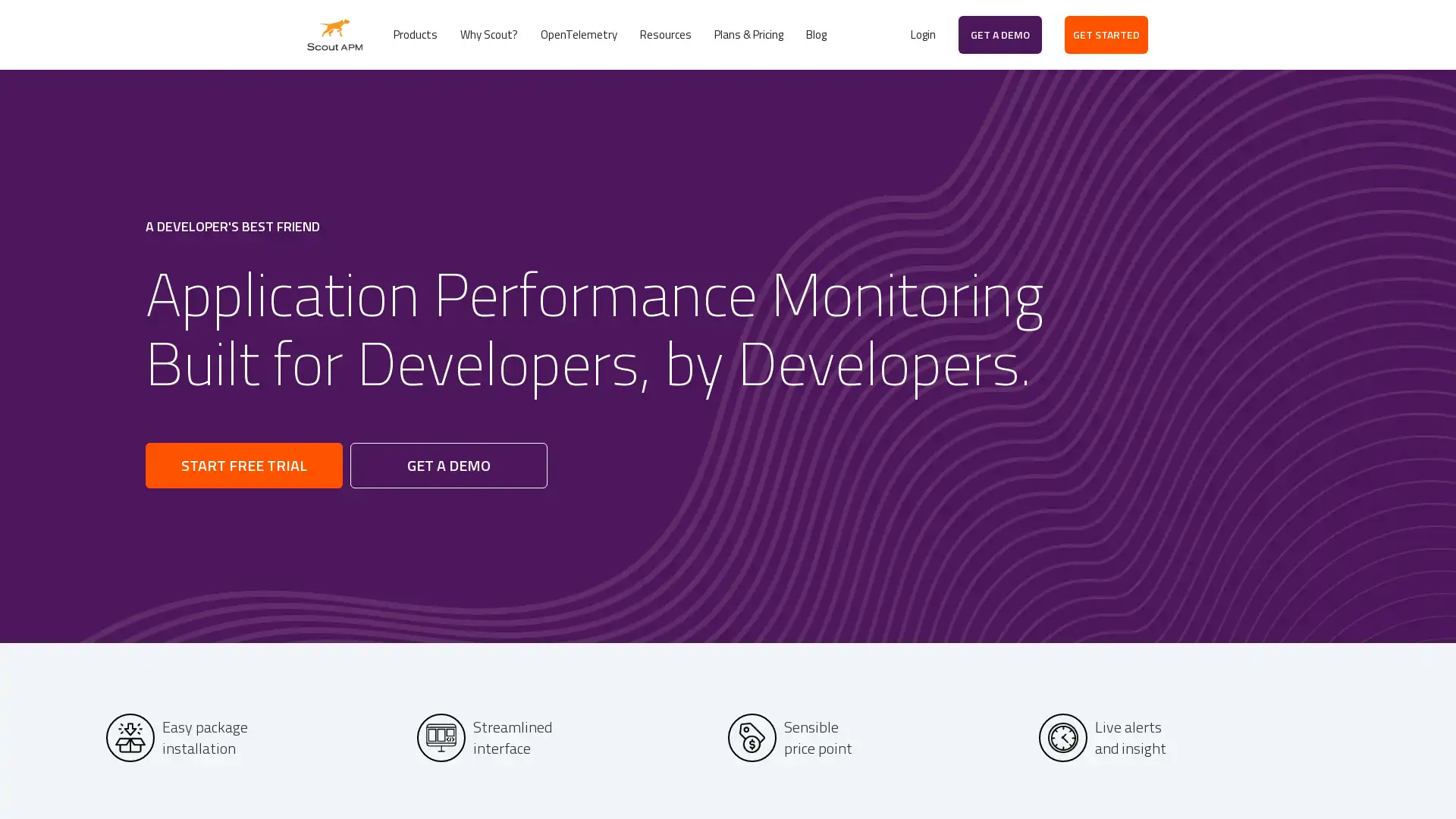 The image size is (1456, 819). I want to click on START FREE TRIAL, so click(243, 464).